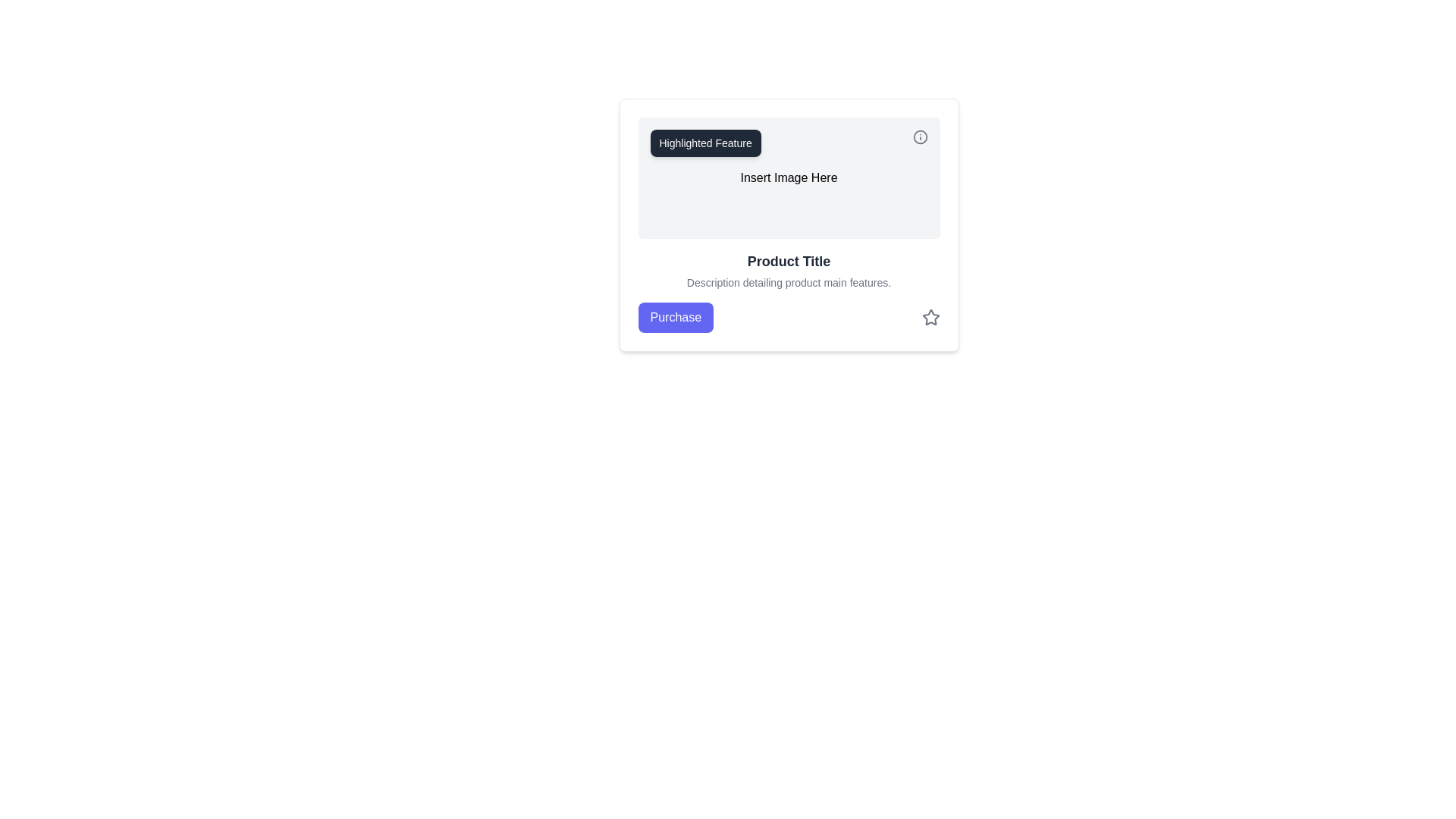  What do you see at coordinates (789, 270) in the screenshot?
I see `text from the Text Block element containing 'Product Title' and product features, located below the 'Insert Image Here' placeholder and above the 'Purchase' button` at bounding box center [789, 270].